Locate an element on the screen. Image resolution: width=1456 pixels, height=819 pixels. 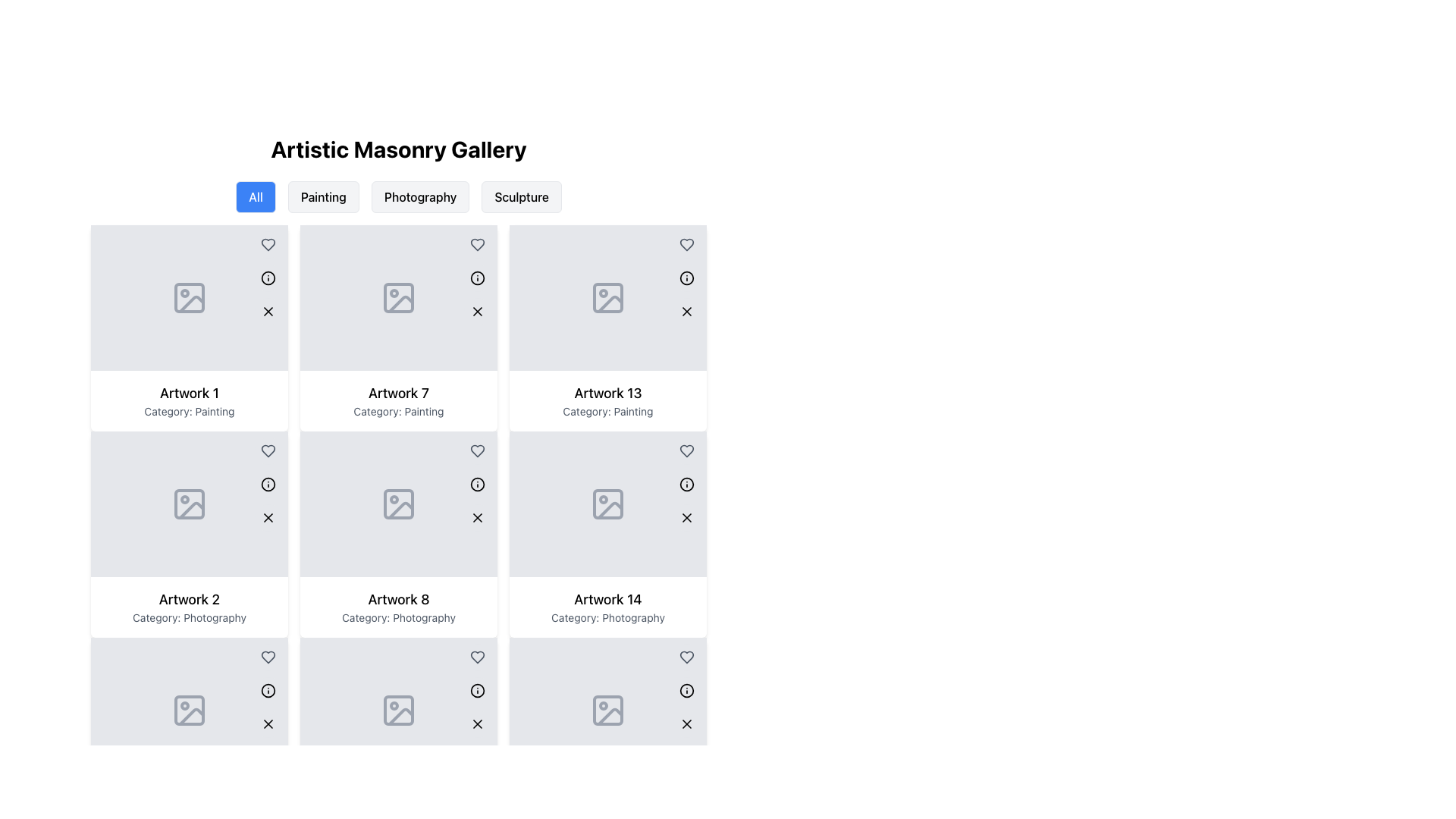
text information from the descriptor of the card component titled 'Artwork 2' with the category 'Photography', located in the bottom section of the second column in the second row of a grid layout is located at coordinates (188, 607).